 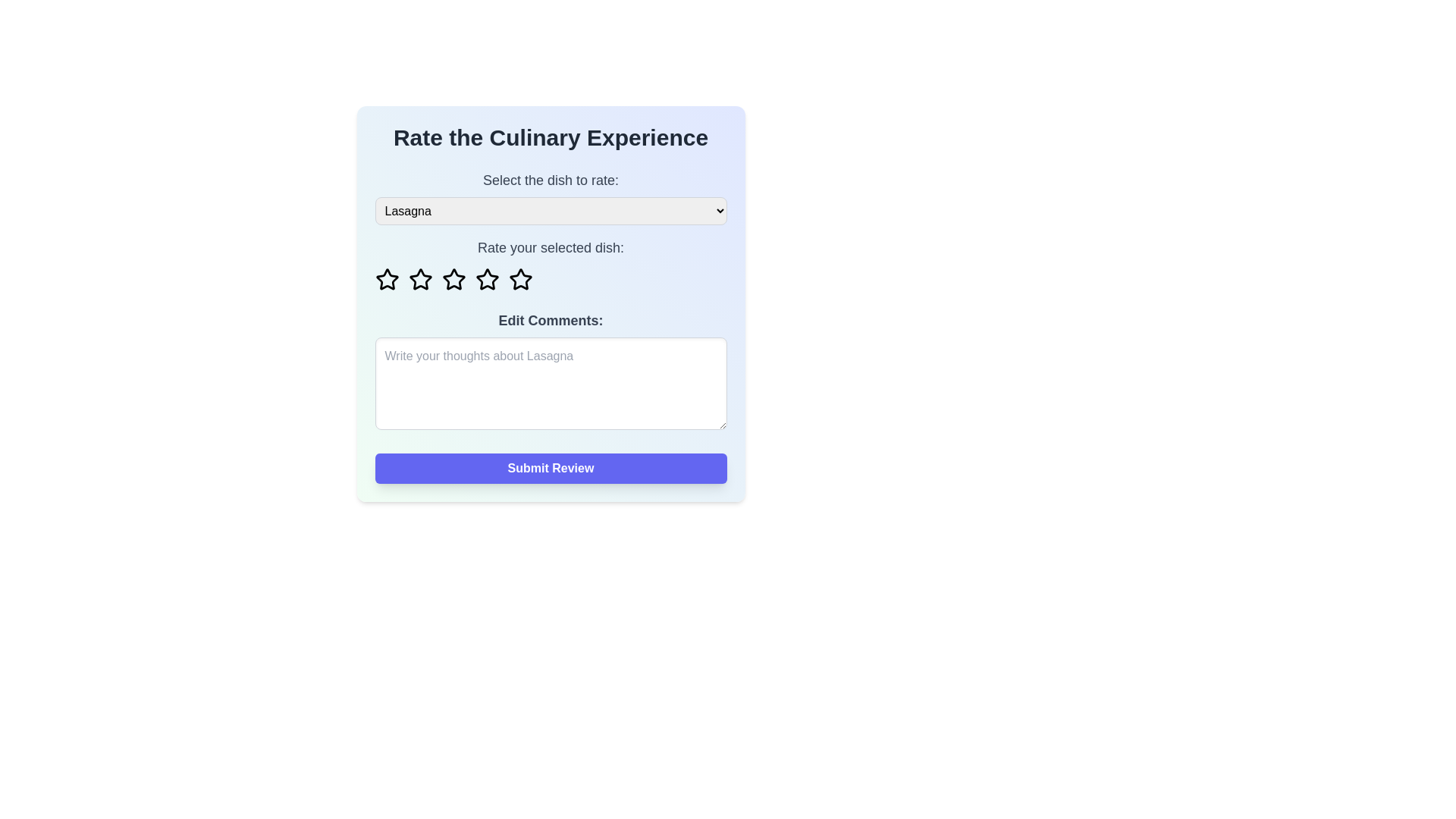 What do you see at coordinates (487, 278) in the screenshot?
I see `the third star rating icon button` at bounding box center [487, 278].